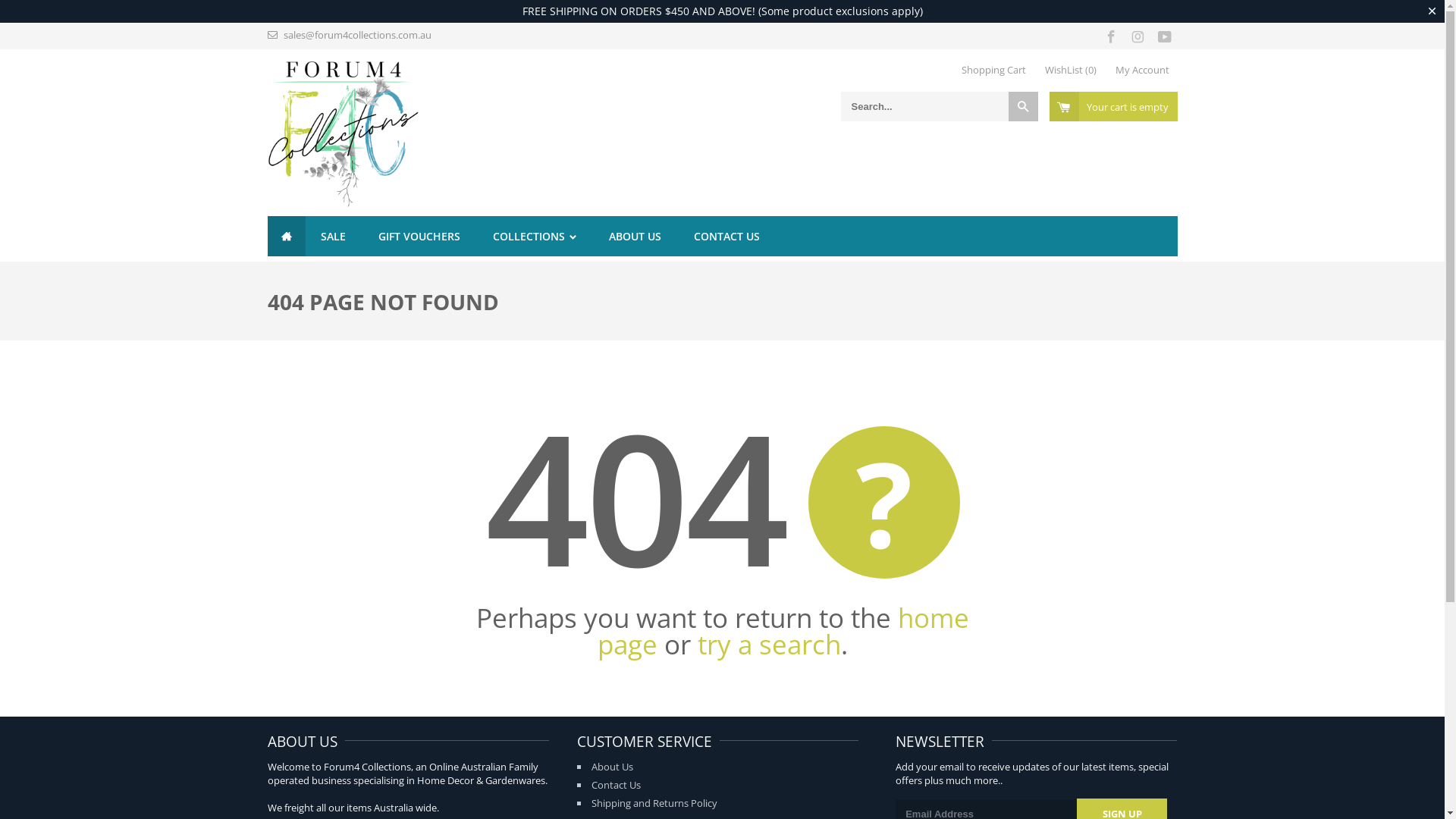  What do you see at coordinates (612, 766) in the screenshot?
I see `'About Us'` at bounding box center [612, 766].